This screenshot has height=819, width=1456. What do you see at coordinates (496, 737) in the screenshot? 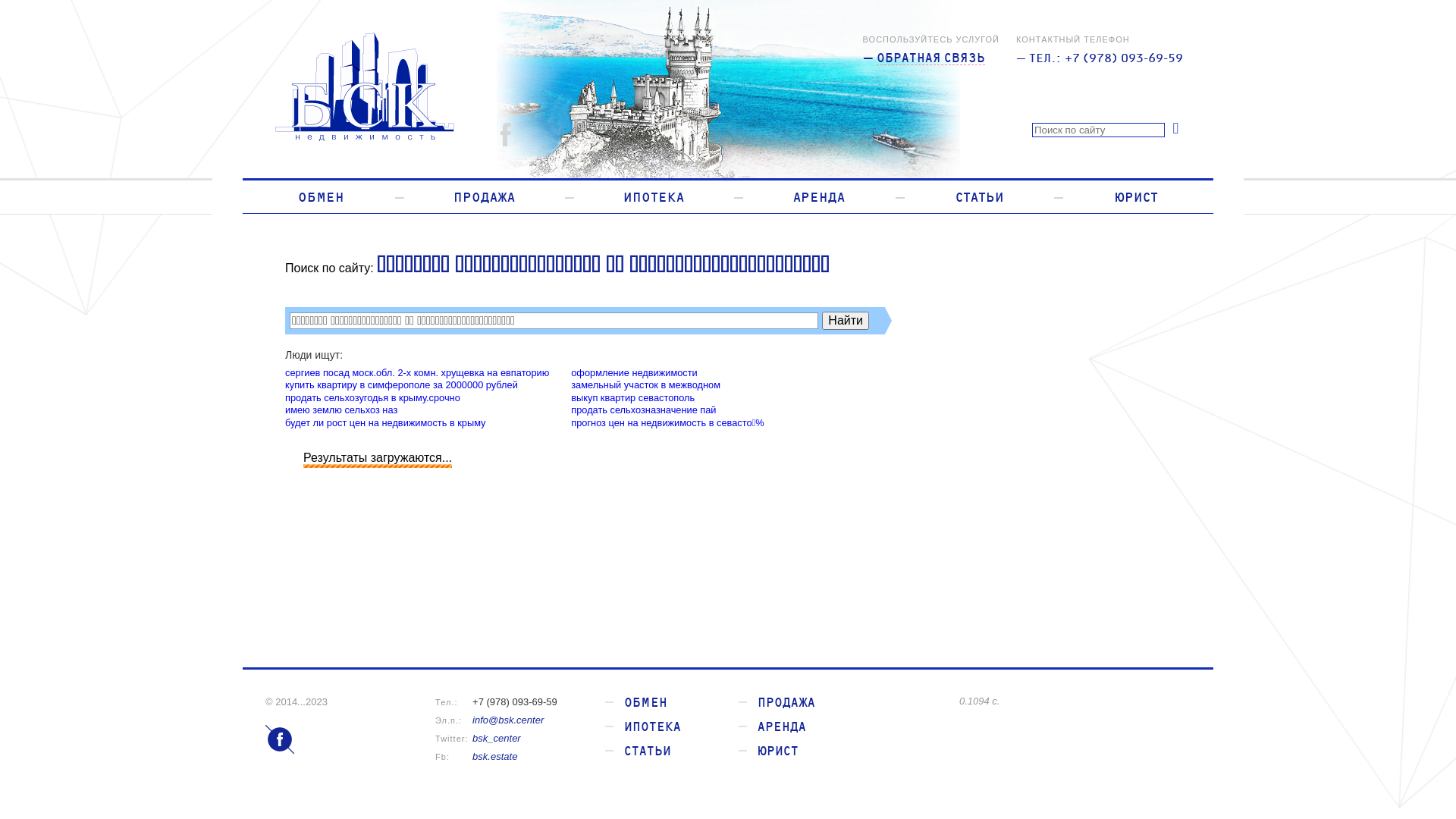
I see `'bsk_center'` at bounding box center [496, 737].